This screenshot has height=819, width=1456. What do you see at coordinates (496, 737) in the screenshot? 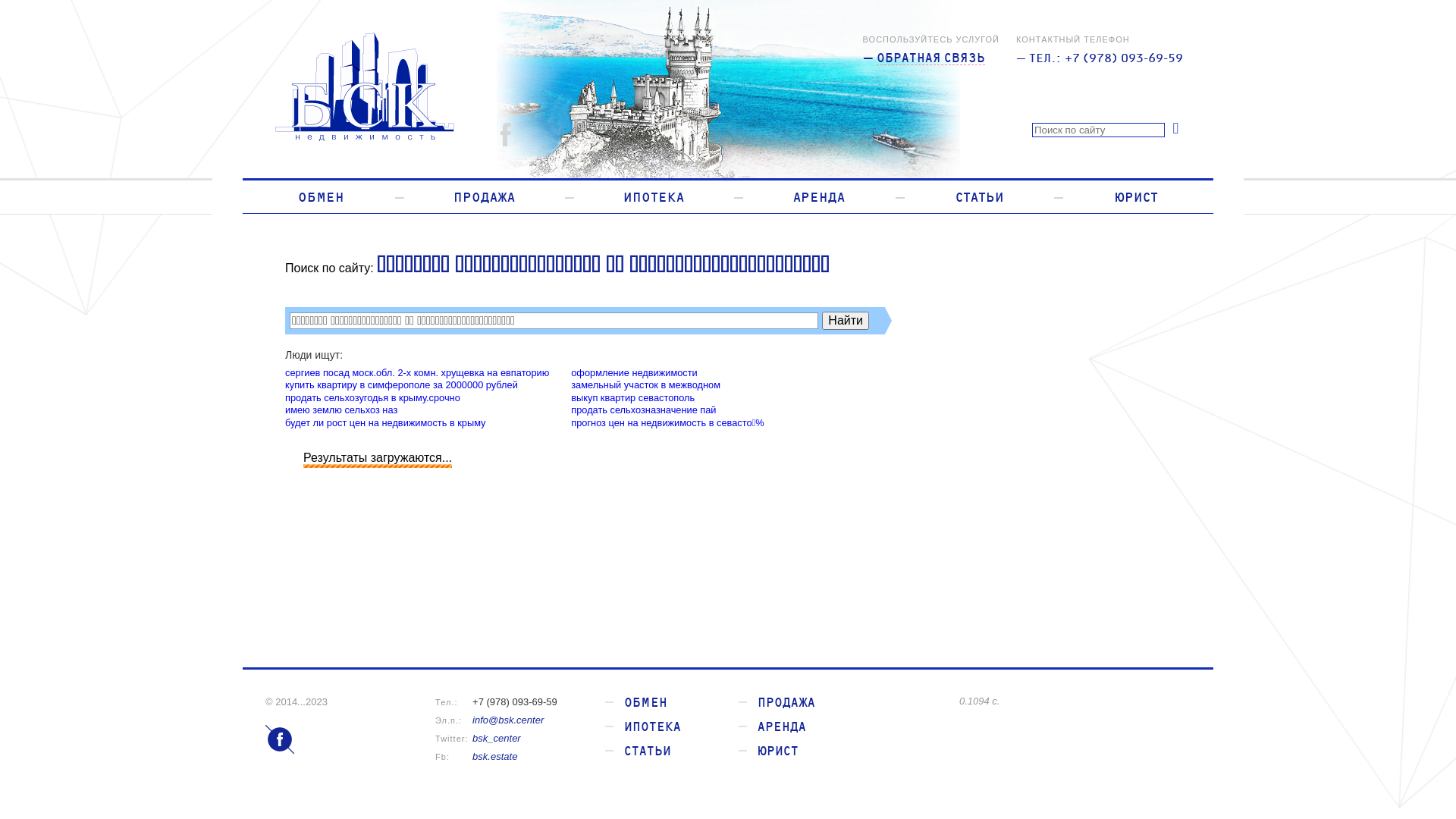
I see `'bsk_center'` at bounding box center [496, 737].